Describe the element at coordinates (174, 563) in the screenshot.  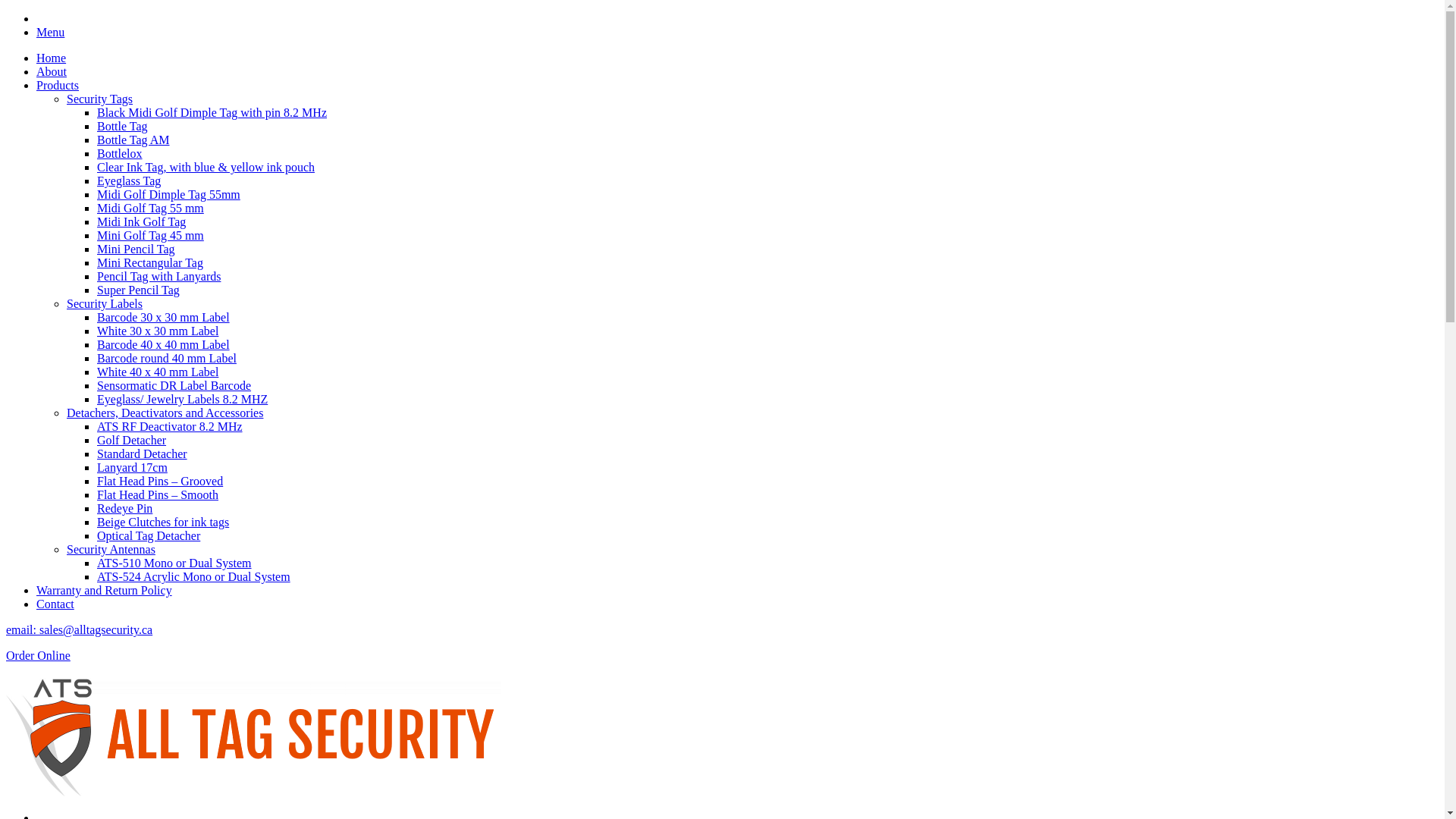
I see `'ATS-510 Mono or Dual System'` at that location.